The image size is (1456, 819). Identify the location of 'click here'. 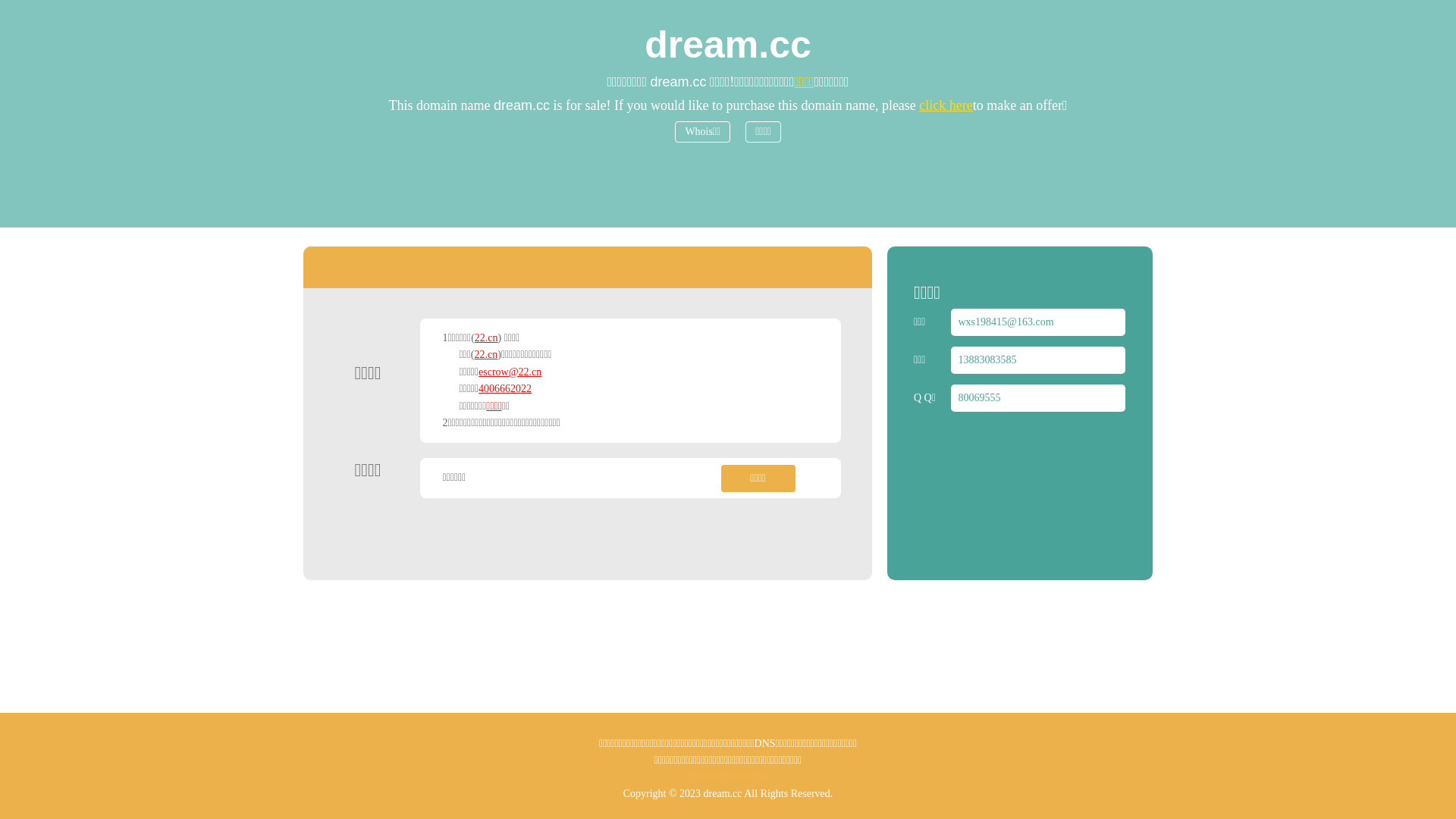
(945, 104).